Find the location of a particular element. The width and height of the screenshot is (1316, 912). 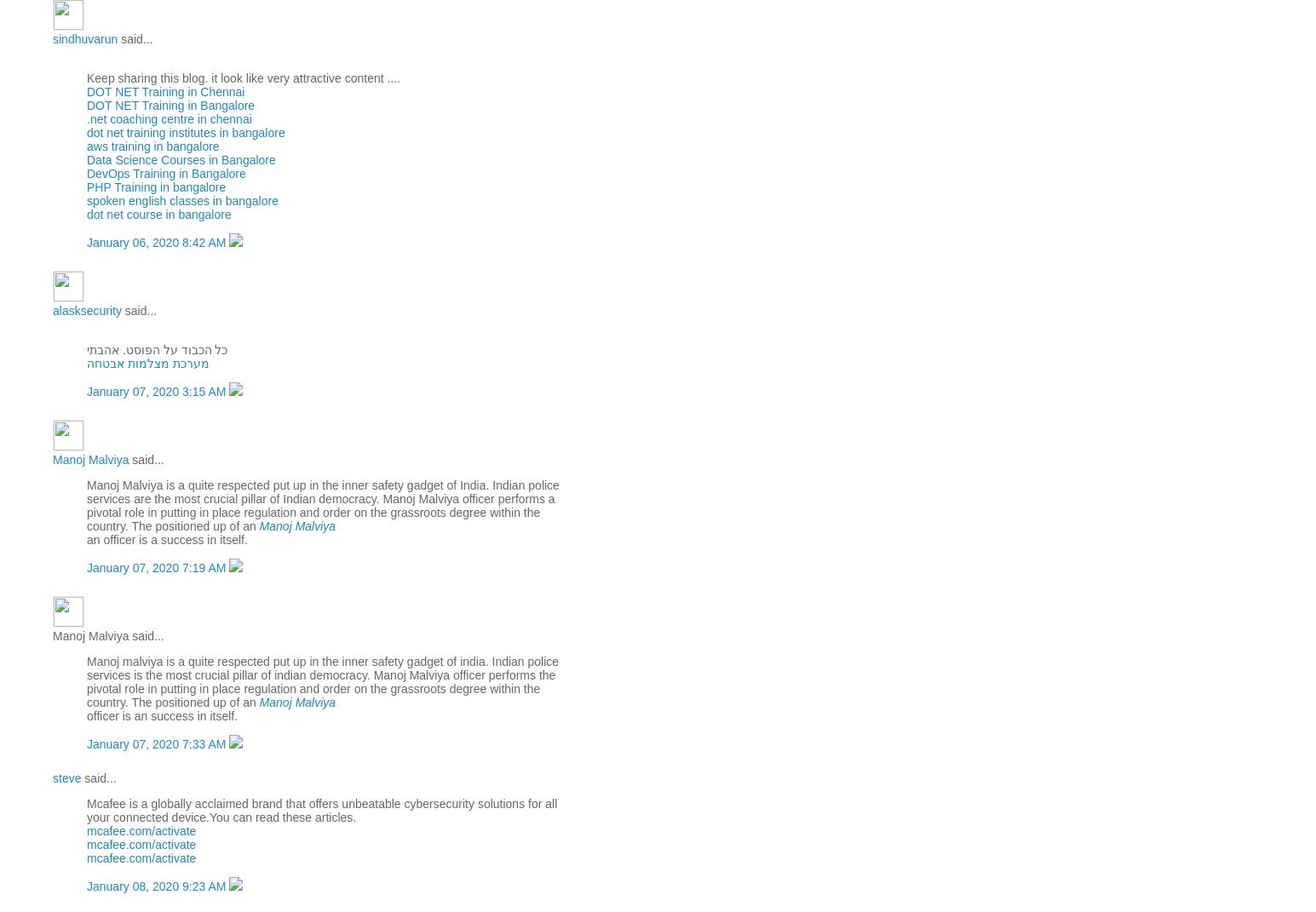

'January 07, 2020 3:15 AM' is located at coordinates (158, 391).